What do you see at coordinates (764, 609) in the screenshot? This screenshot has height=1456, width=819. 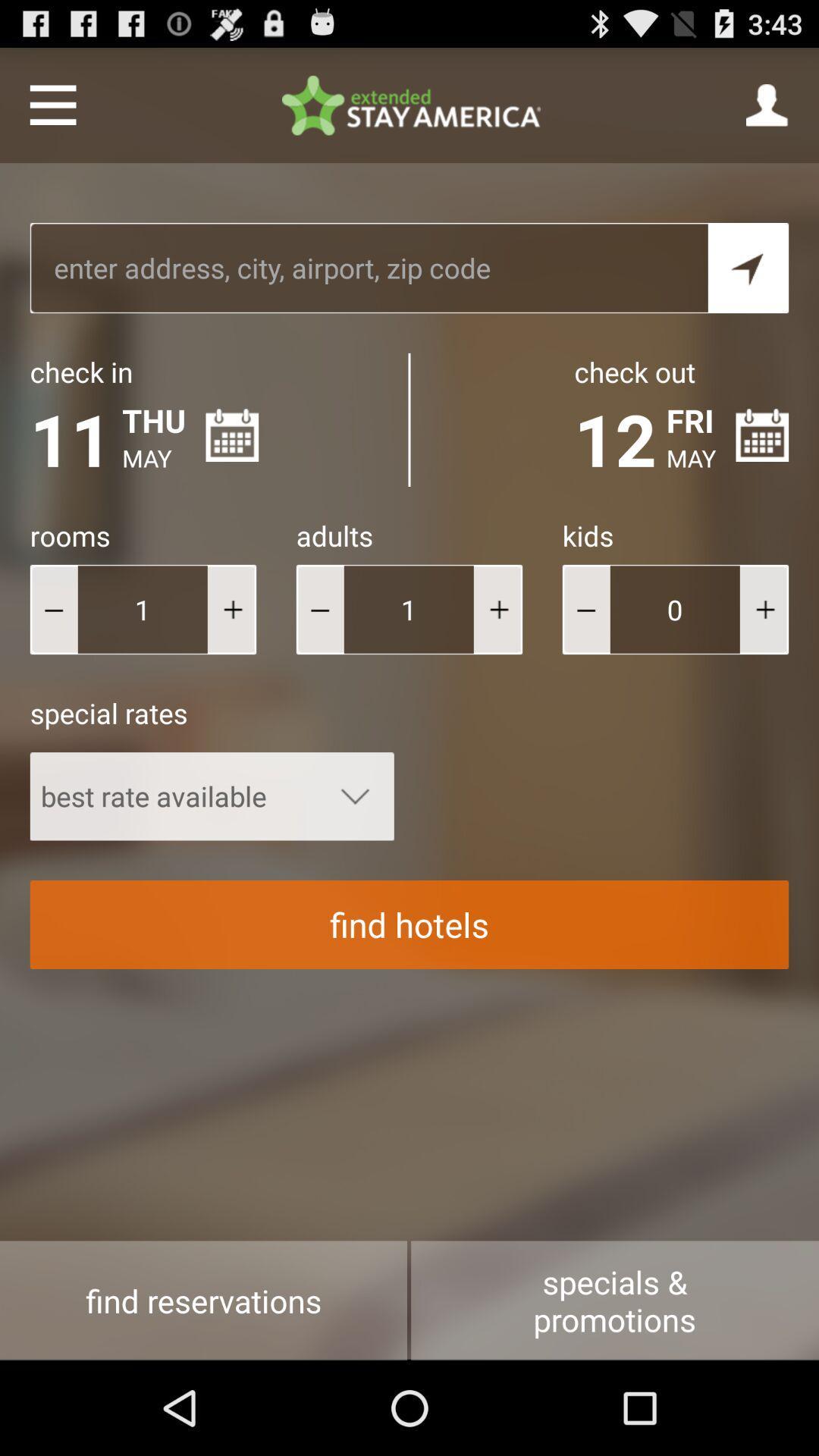 I see `increase number of children for stay` at bounding box center [764, 609].